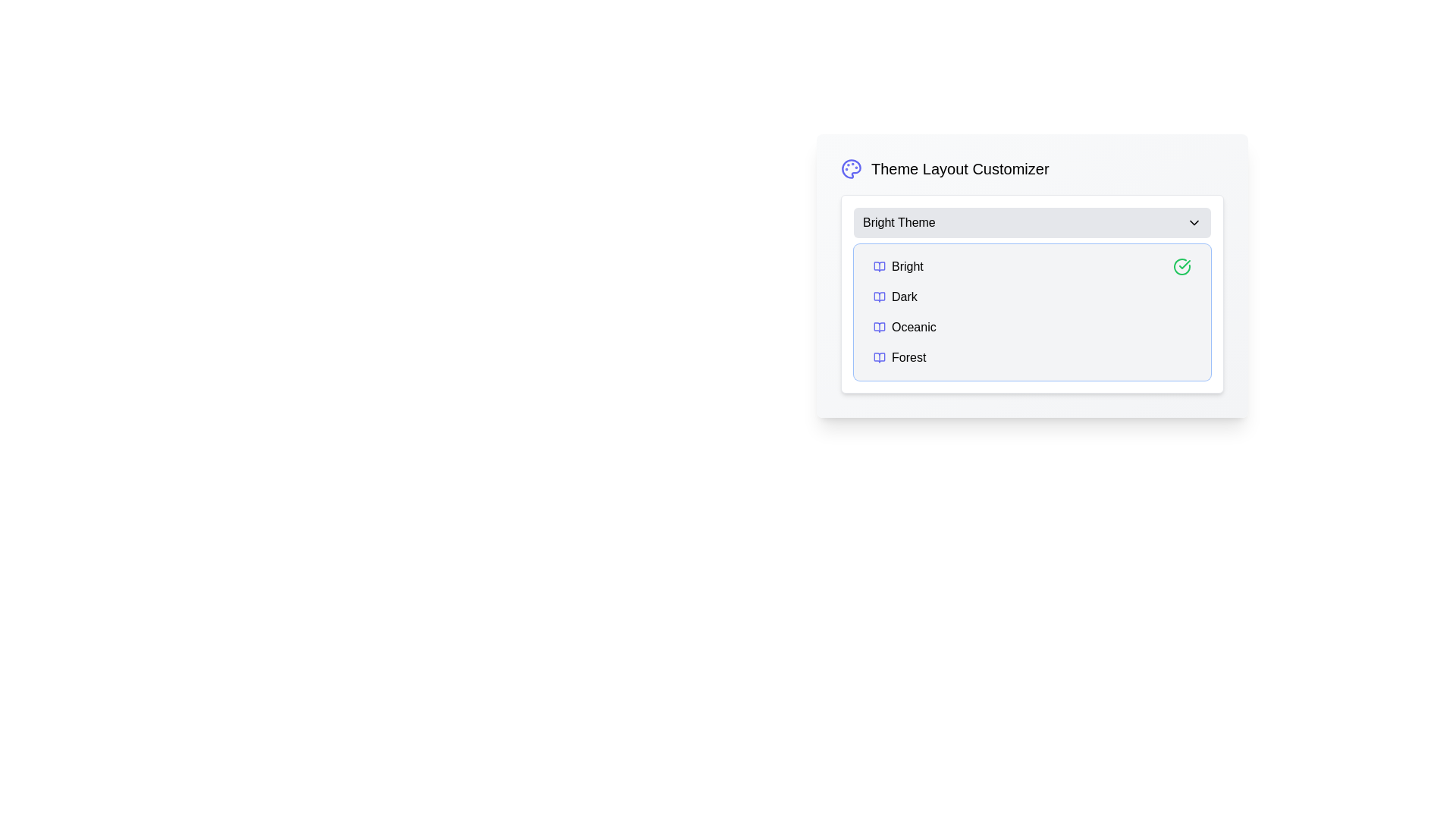 This screenshot has width=1456, height=819. Describe the element at coordinates (1181, 265) in the screenshot. I see `the circular green stroke icon located in the theme layout selector adjacent to the 'Bright Theme' text` at that location.